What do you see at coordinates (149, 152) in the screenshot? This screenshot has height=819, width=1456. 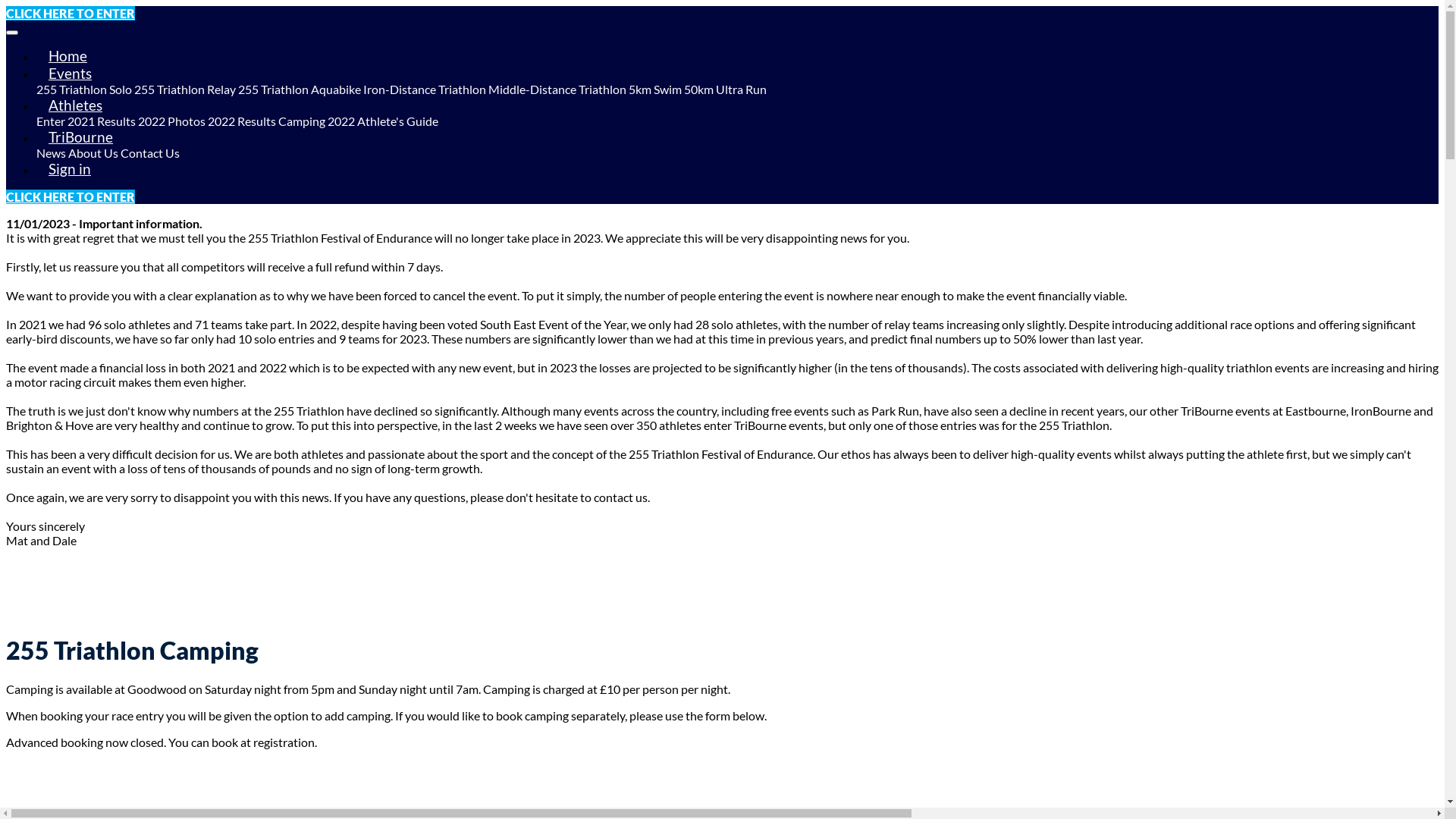 I see `'Contact Us'` at bounding box center [149, 152].